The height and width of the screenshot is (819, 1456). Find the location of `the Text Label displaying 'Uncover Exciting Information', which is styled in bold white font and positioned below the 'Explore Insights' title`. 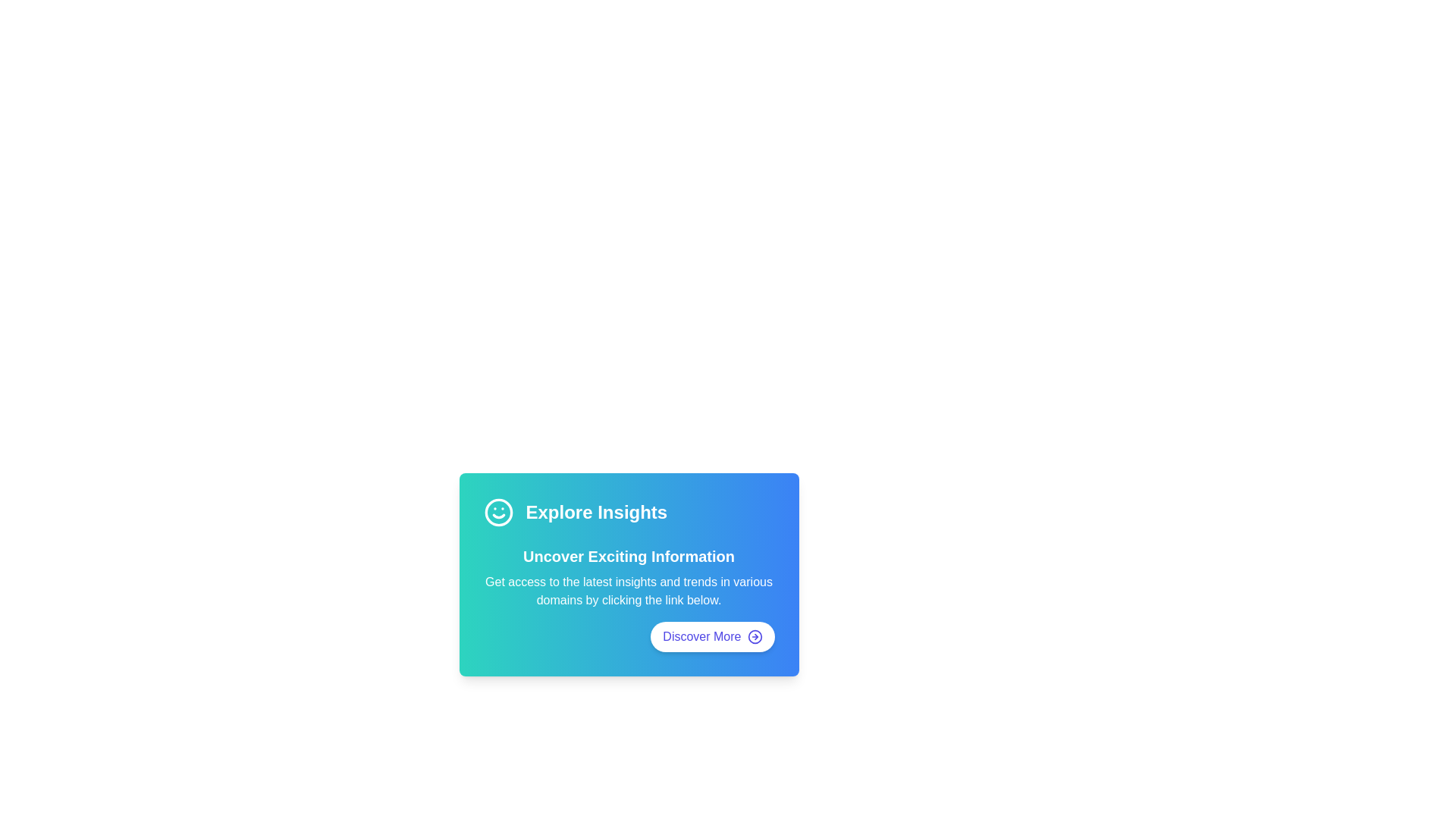

the Text Label displaying 'Uncover Exciting Information', which is styled in bold white font and positioned below the 'Explore Insights' title is located at coordinates (629, 556).